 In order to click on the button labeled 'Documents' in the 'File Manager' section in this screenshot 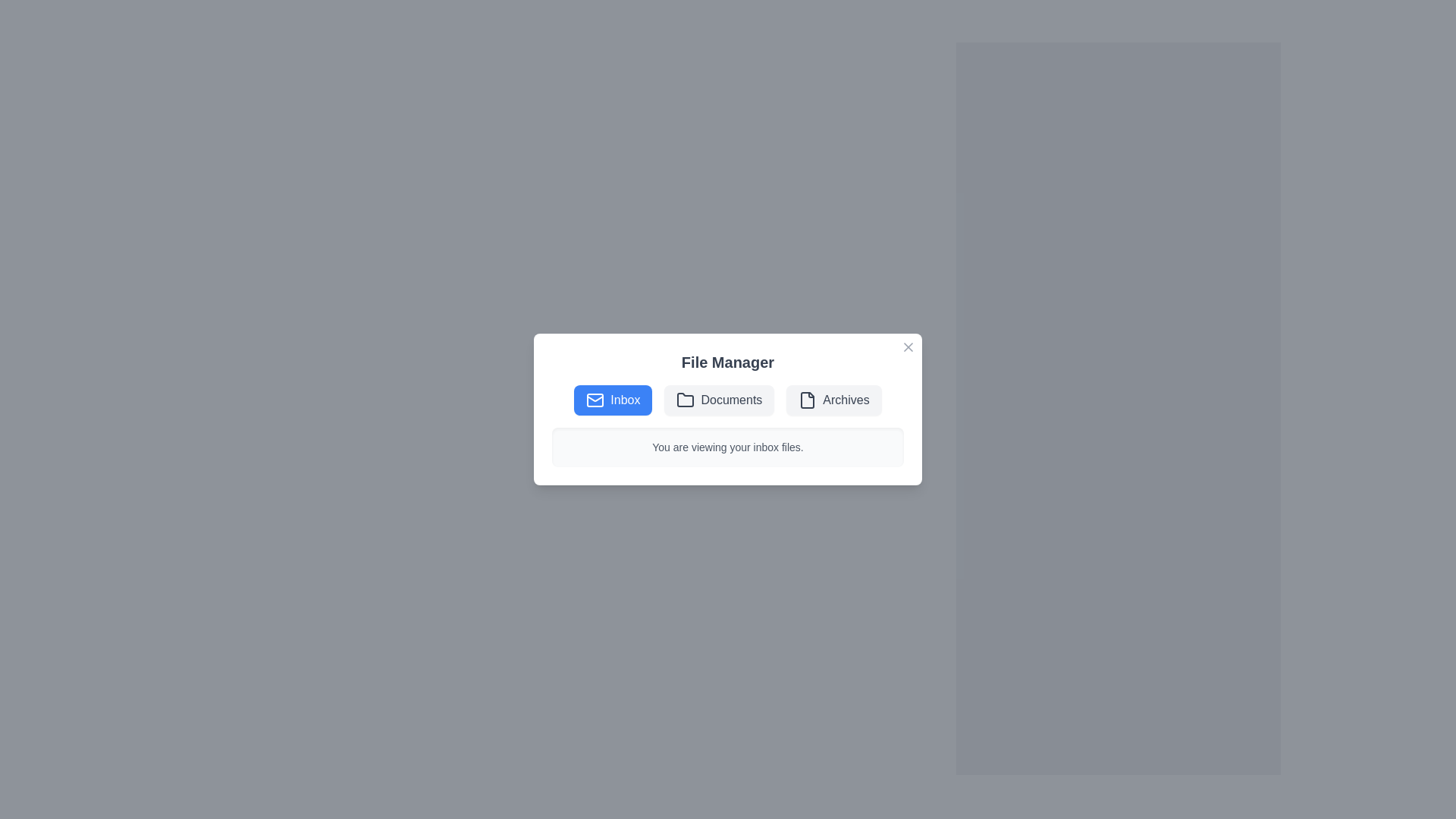, I will do `click(718, 400)`.